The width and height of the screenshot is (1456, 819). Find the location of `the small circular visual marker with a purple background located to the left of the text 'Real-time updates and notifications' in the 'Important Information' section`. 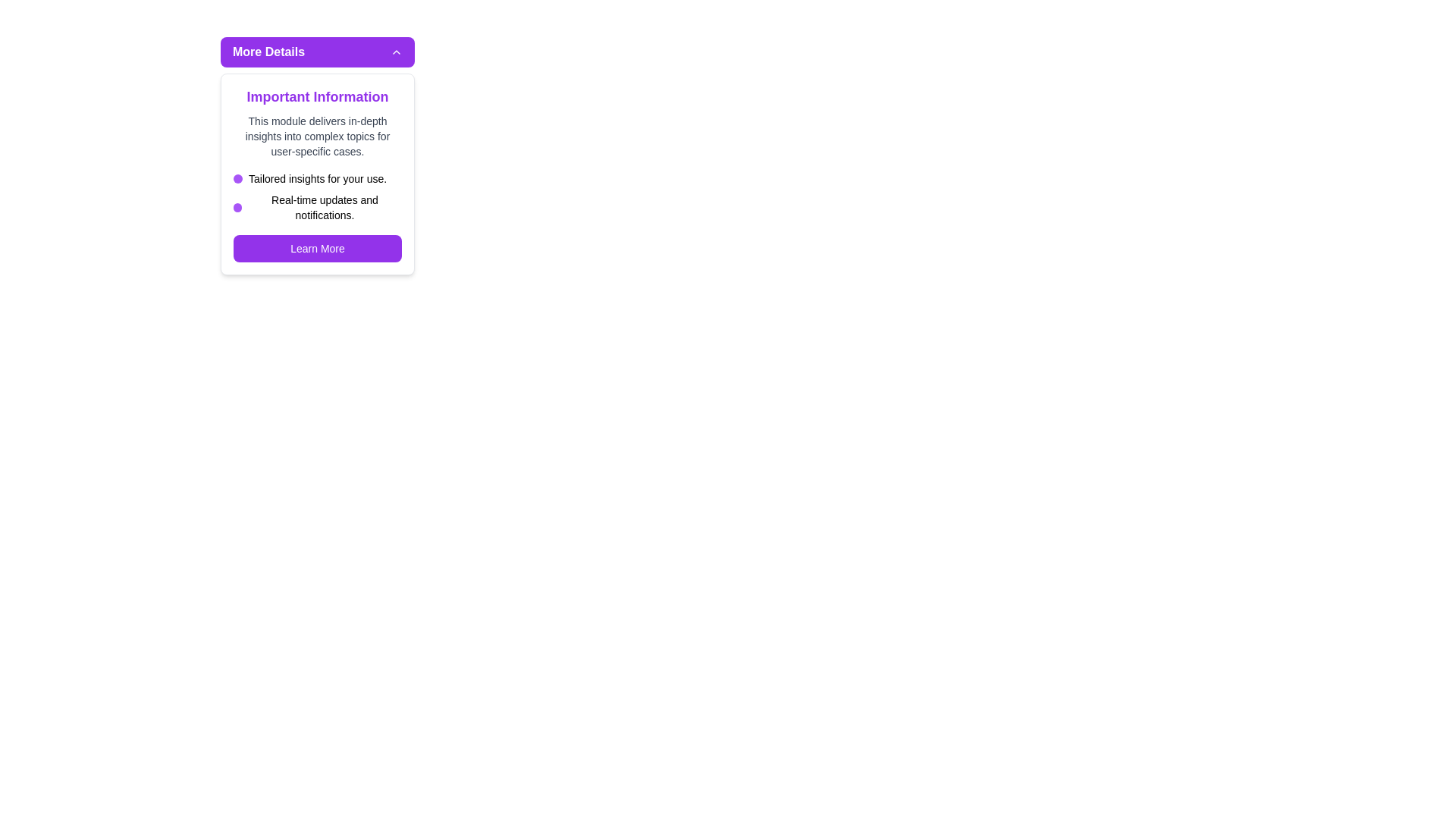

the small circular visual marker with a purple background located to the left of the text 'Real-time updates and notifications' in the 'Important Information' section is located at coordinates (237, 207).